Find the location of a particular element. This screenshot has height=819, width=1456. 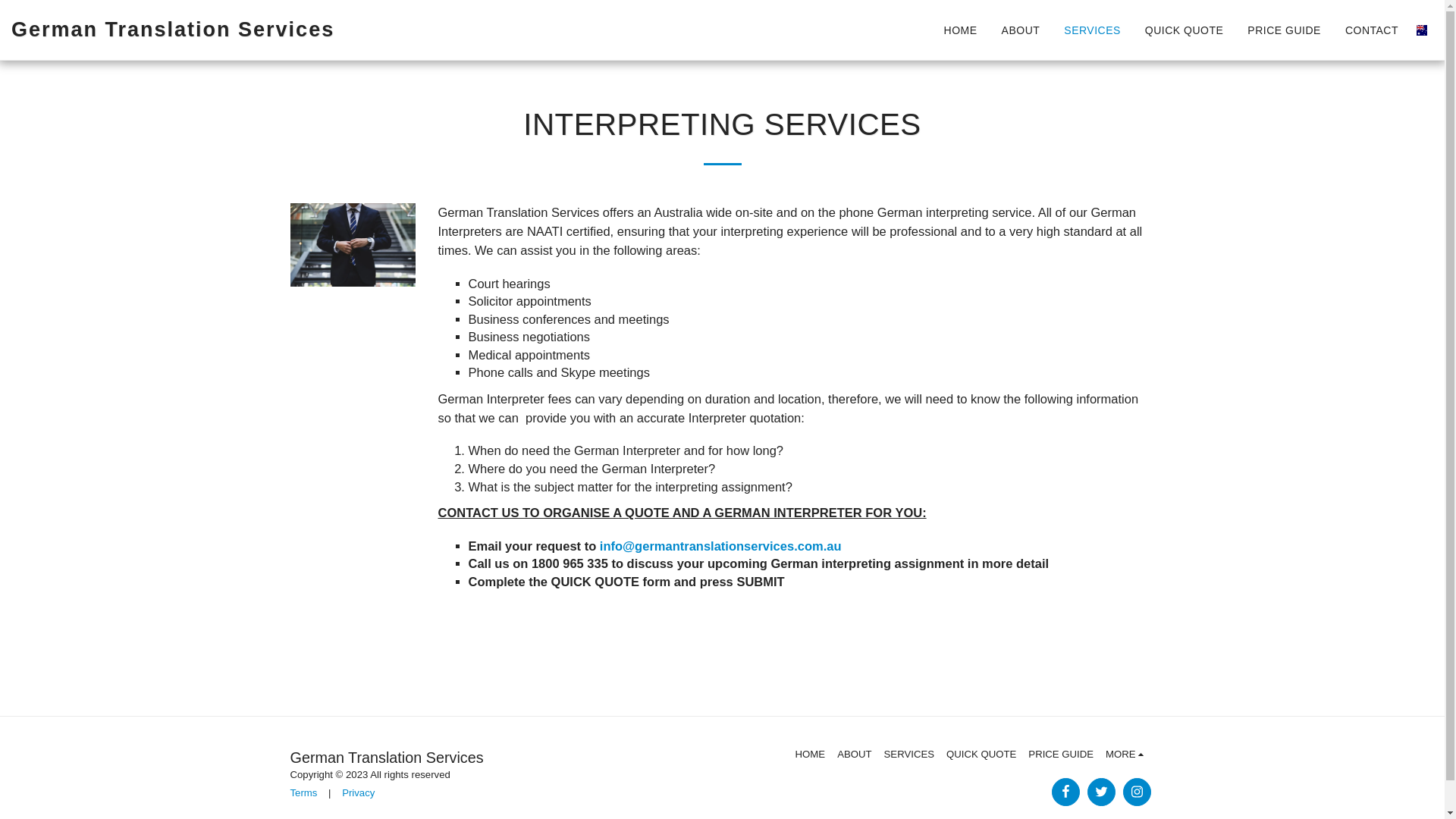

'QUICK QUOTE' is located at coordinates (1183, 30).